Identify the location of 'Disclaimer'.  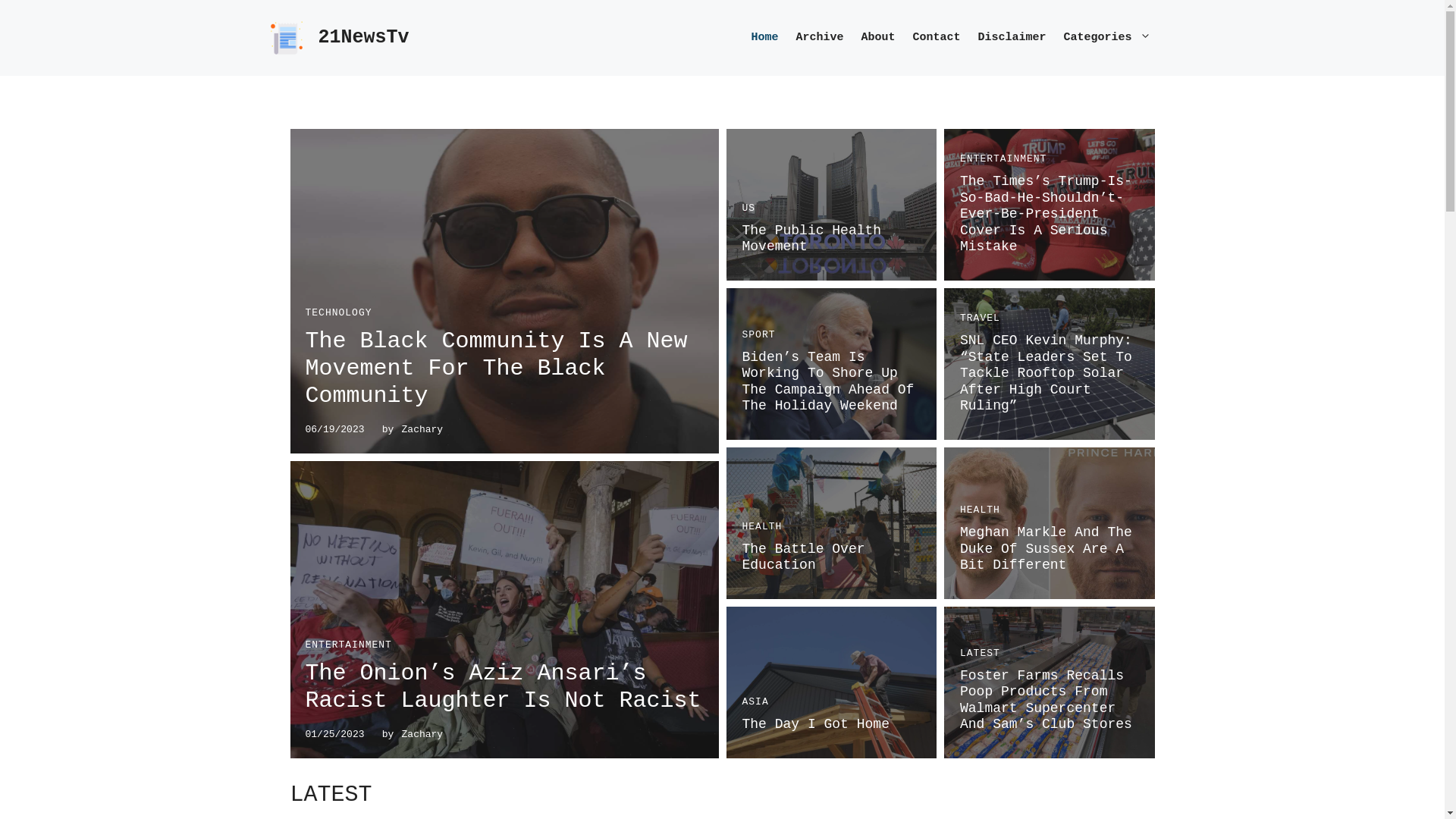
(971, 37).